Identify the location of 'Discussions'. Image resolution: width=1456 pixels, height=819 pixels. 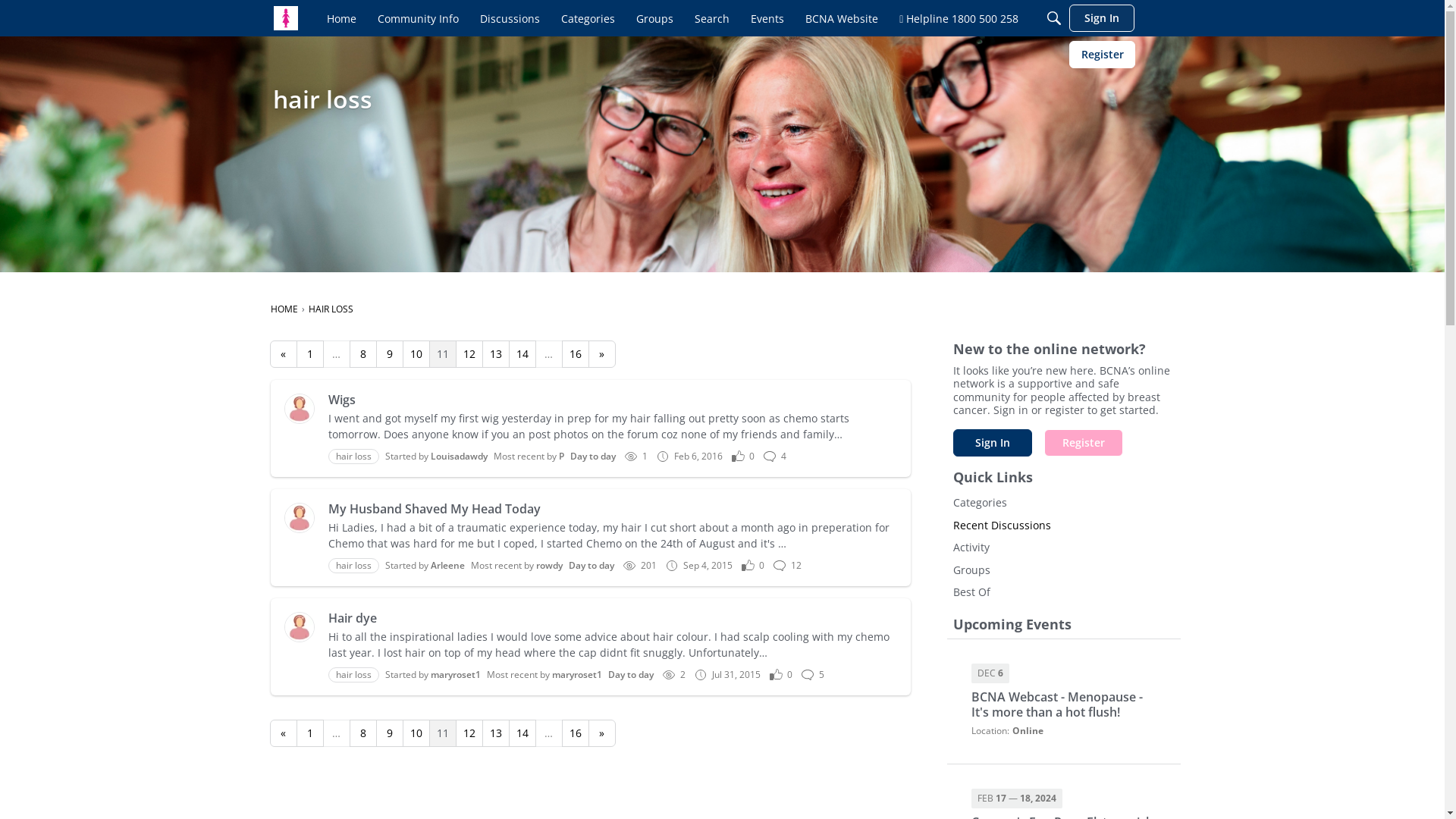
(472, 17).